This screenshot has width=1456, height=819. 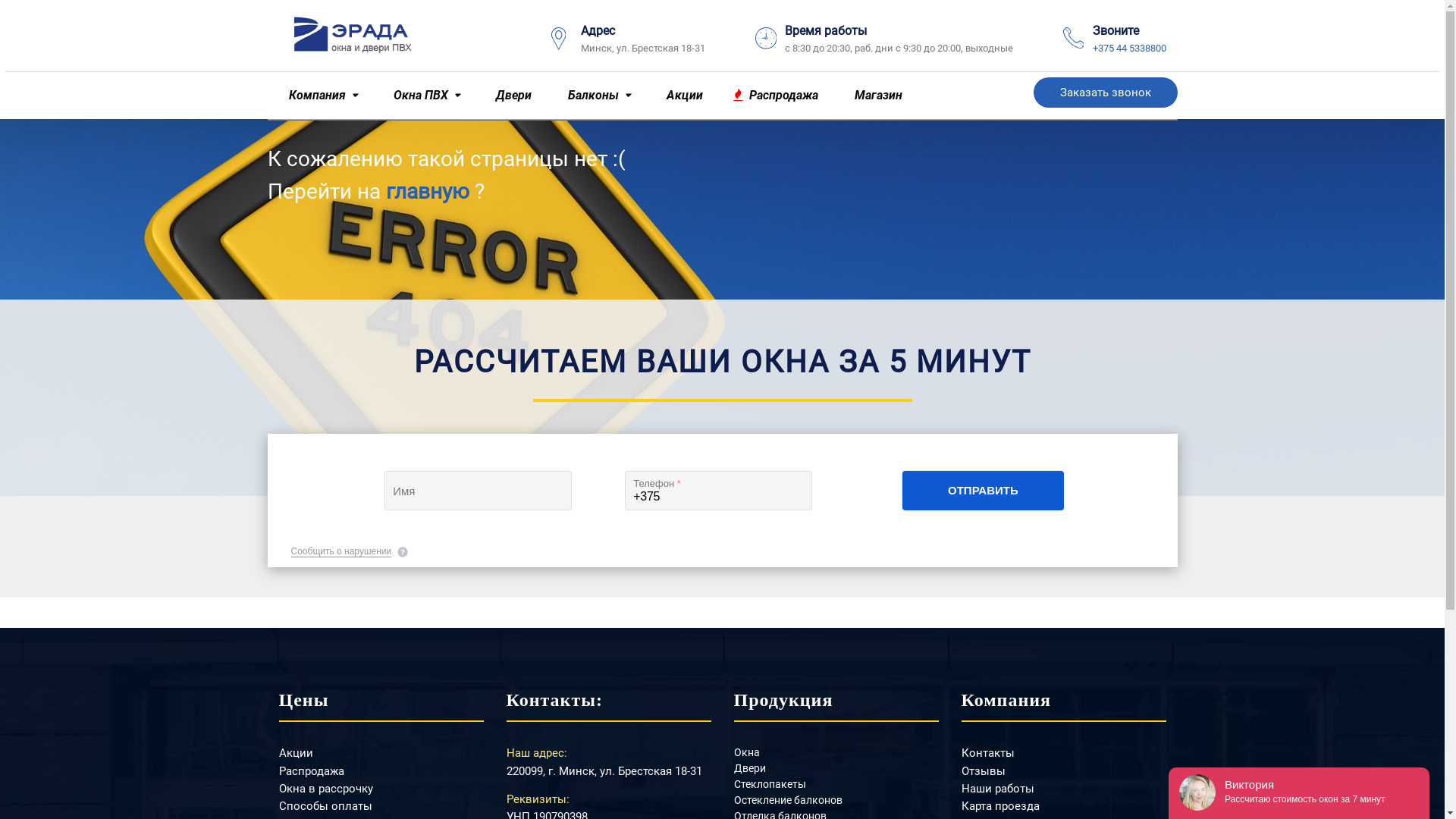 What do you see at coordinates (1128, 47) in the screenshot?
I see `'+375 44 5338800'` at bounding box center [1128, 47].